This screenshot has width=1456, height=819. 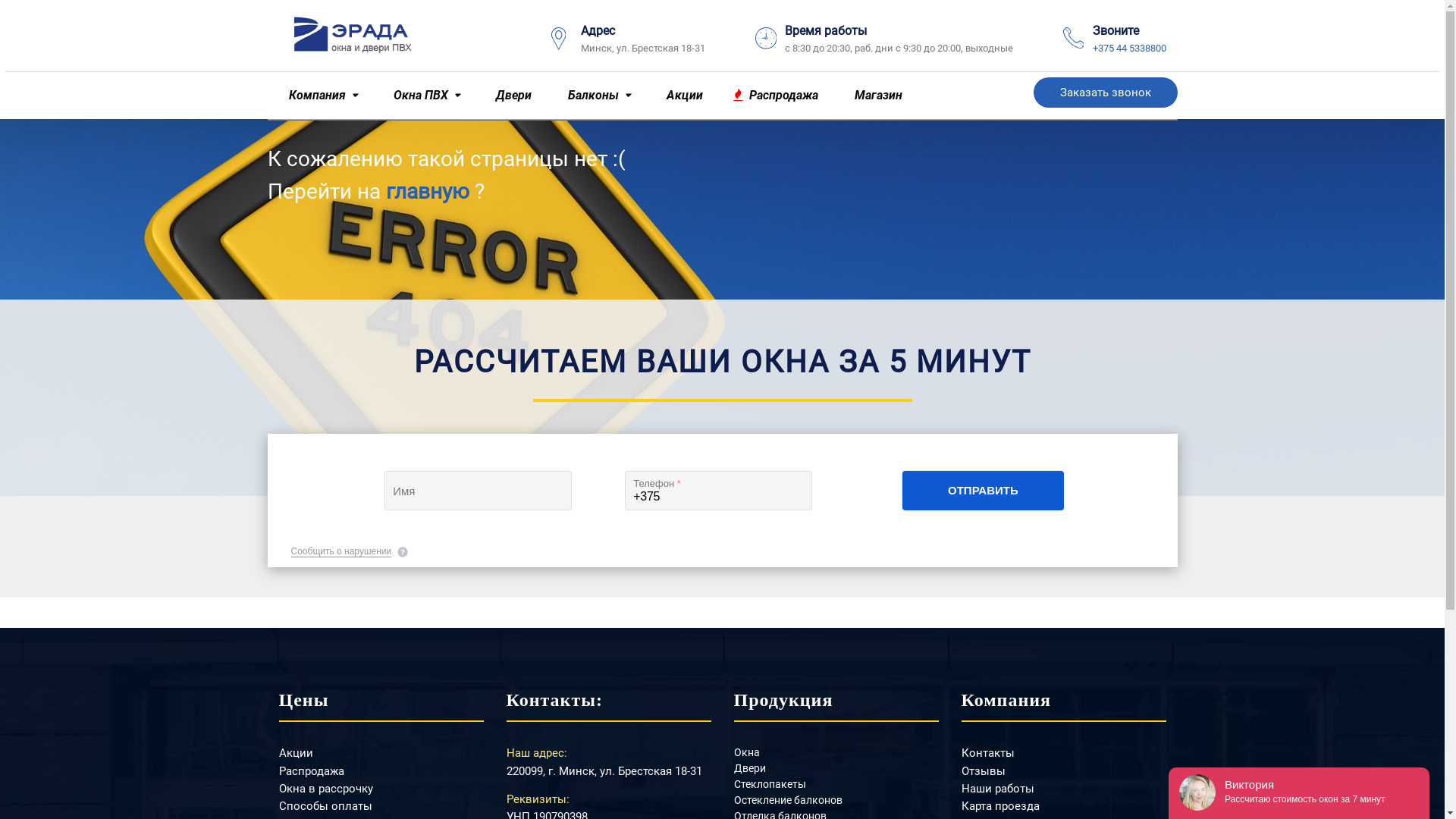 What do you see at coordinates (1128, 47) in the screenshot?
I see `'+375 44 5338800'` at bounding box center [1128, 47].